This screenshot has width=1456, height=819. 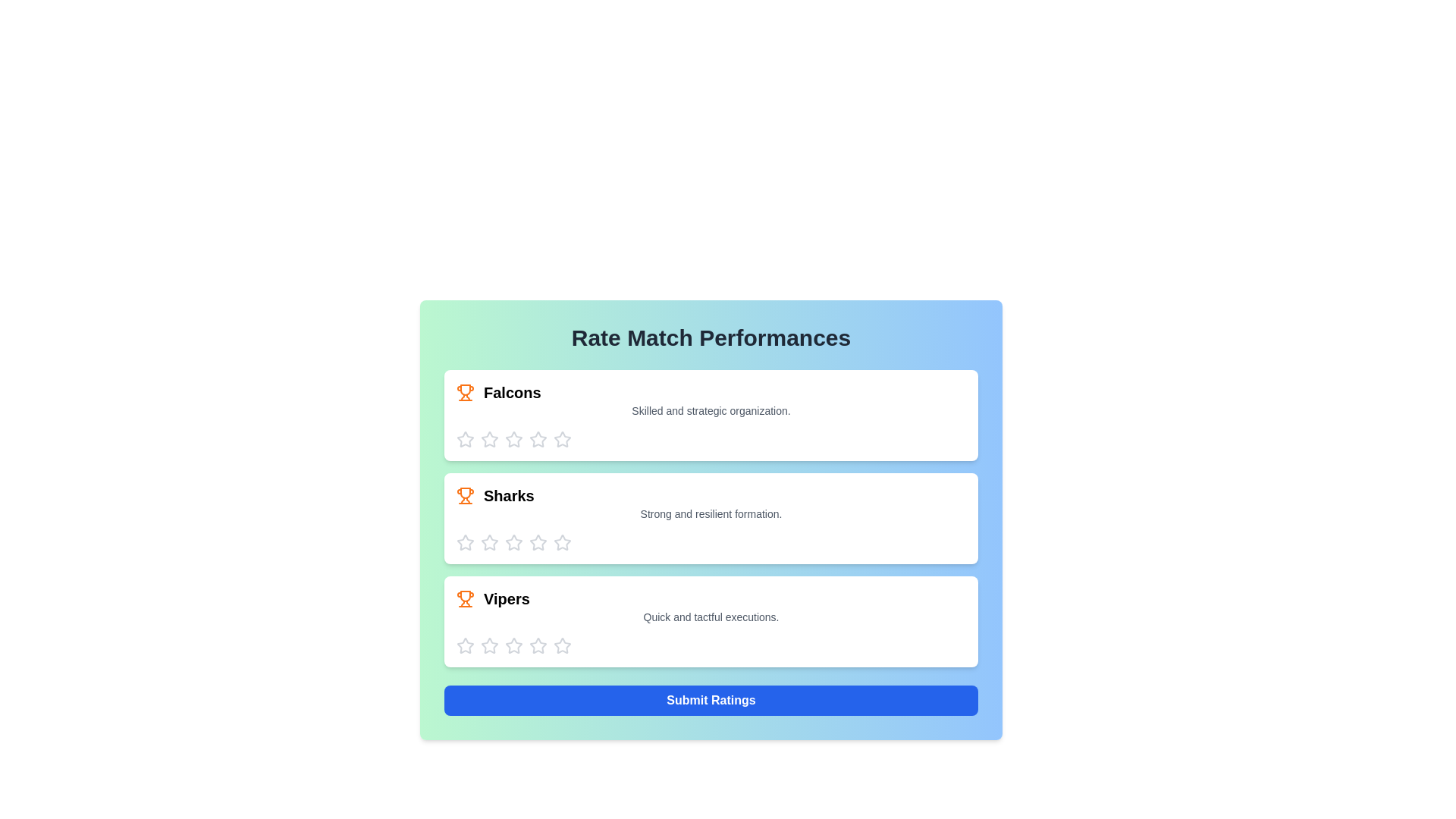 What do you see at coordinates (513, 542) in the screenshot?
I see `the Sharks team's 3 star to set the rating` at bounding box center [513, 542].